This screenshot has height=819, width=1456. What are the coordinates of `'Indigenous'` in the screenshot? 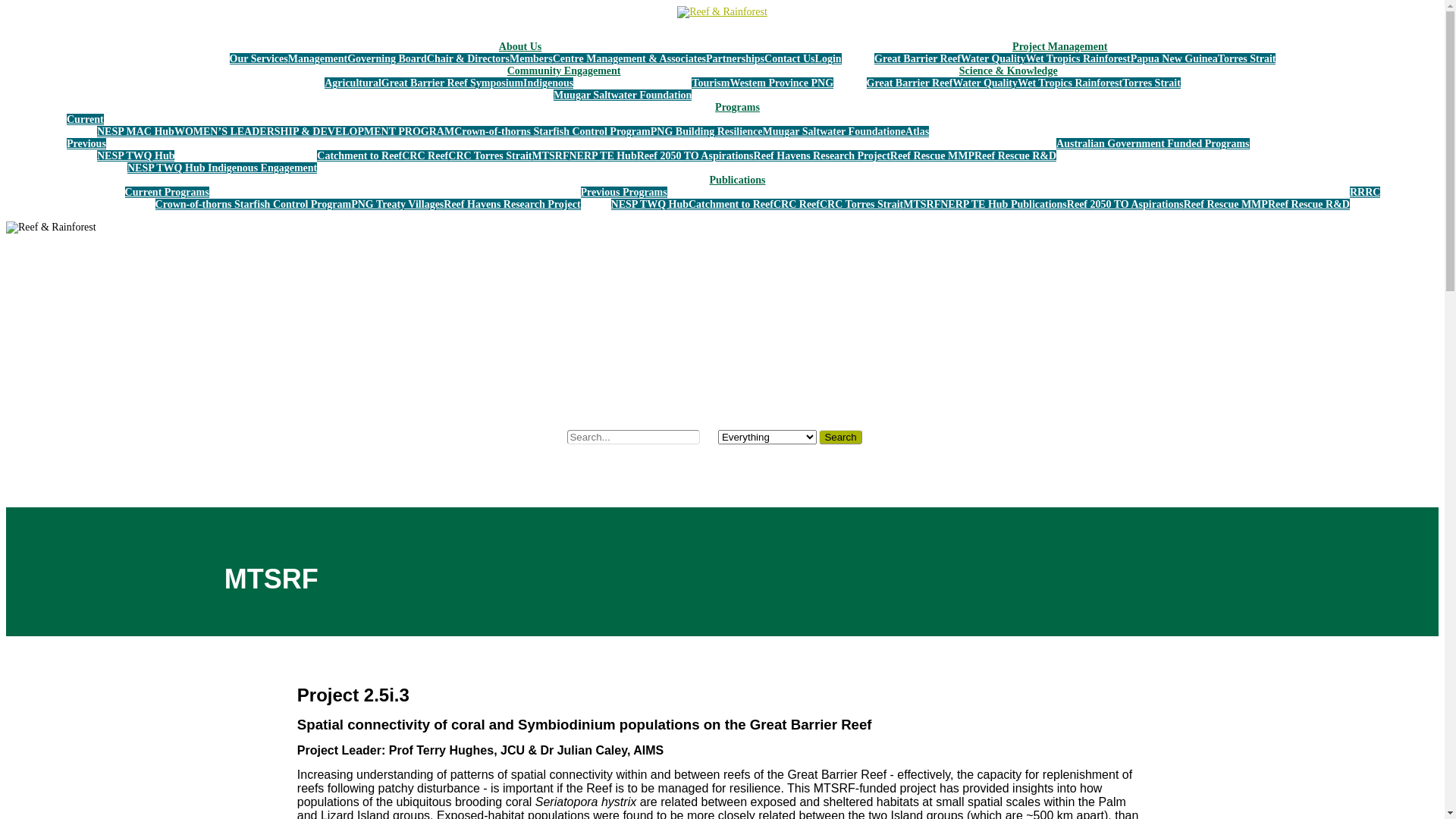 It's located at (548, 83).